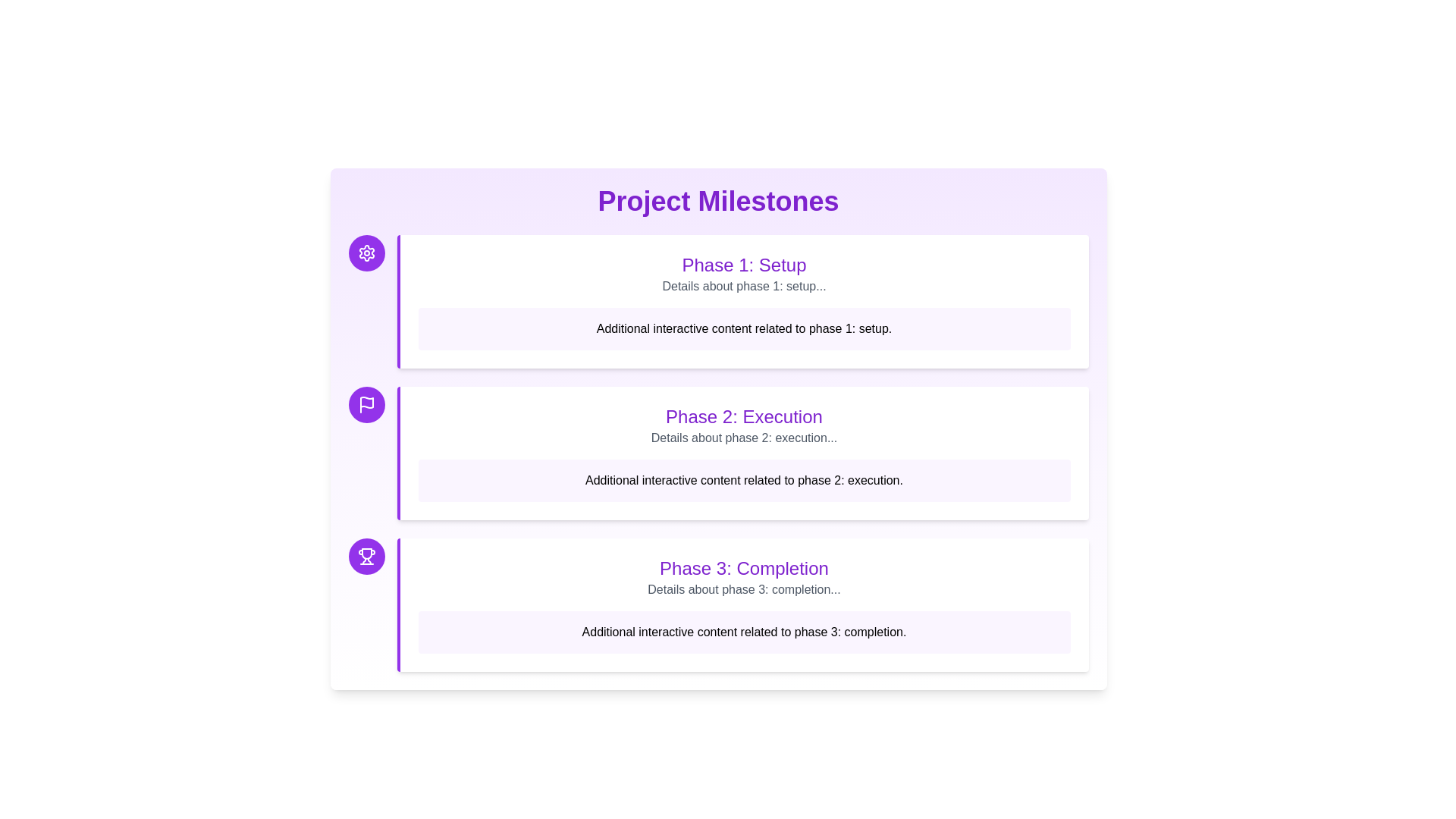  Describe the element at coordinates (366, 403) in the screenshot. I see `the circular icon button with a solid purple background and a white outline of a flag icon, located` at that location.